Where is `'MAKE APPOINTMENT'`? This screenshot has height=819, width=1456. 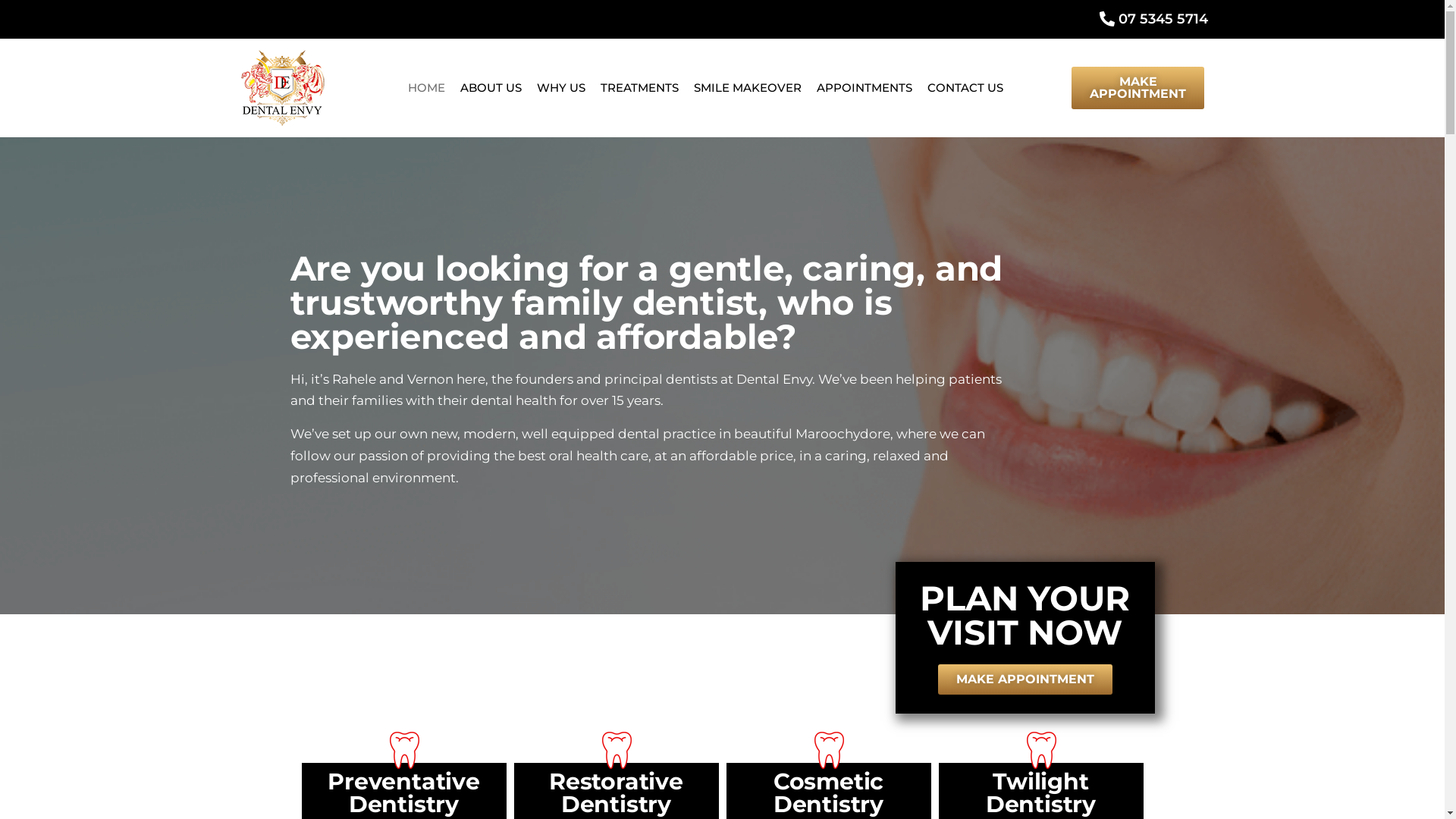 'MAKE APPOINTMENT' is located at coordinates (1024, 678).